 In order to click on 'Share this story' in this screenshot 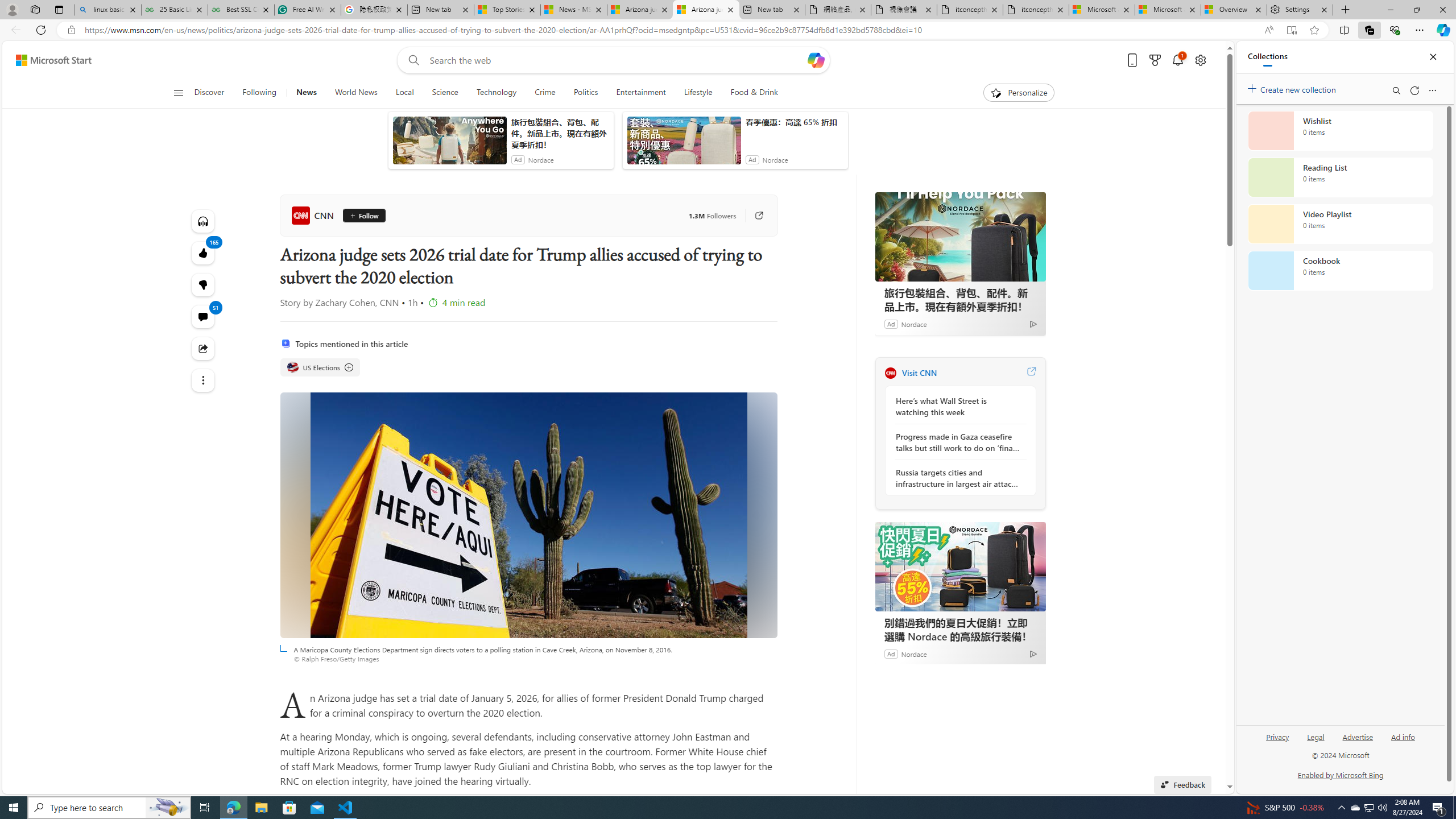, I will do `click(201, 348)`.